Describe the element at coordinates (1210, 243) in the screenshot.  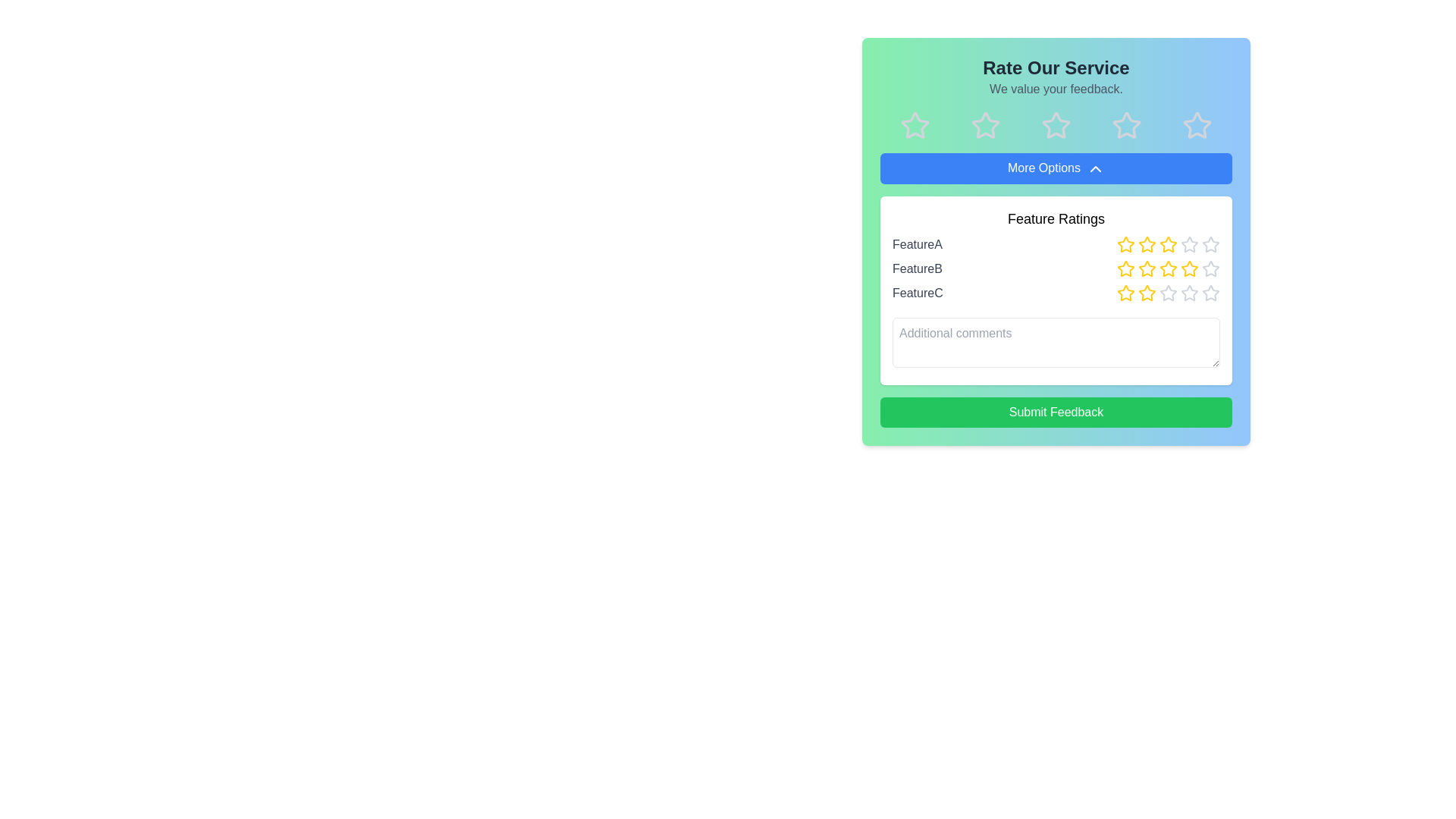
I see `the fifth interactive star rating icon in the 'Feature Ratings' section to set a 5-star rating for 'Feature A'` at that location.